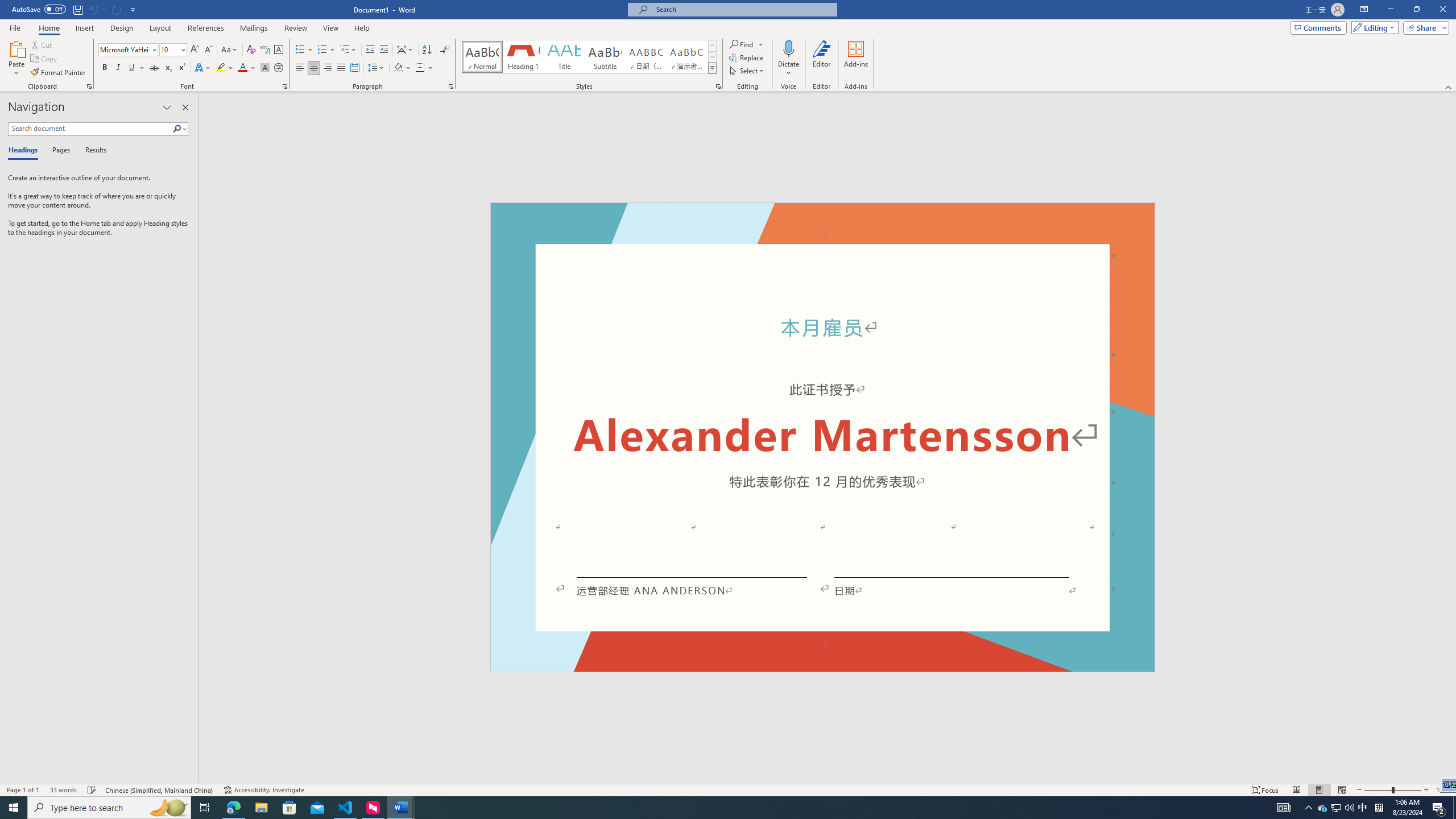  What do you see at coordinates (377, 67) in the screenshot?
I see `'Line and Paragraph Spacing'` at bounding box center [377, 67].